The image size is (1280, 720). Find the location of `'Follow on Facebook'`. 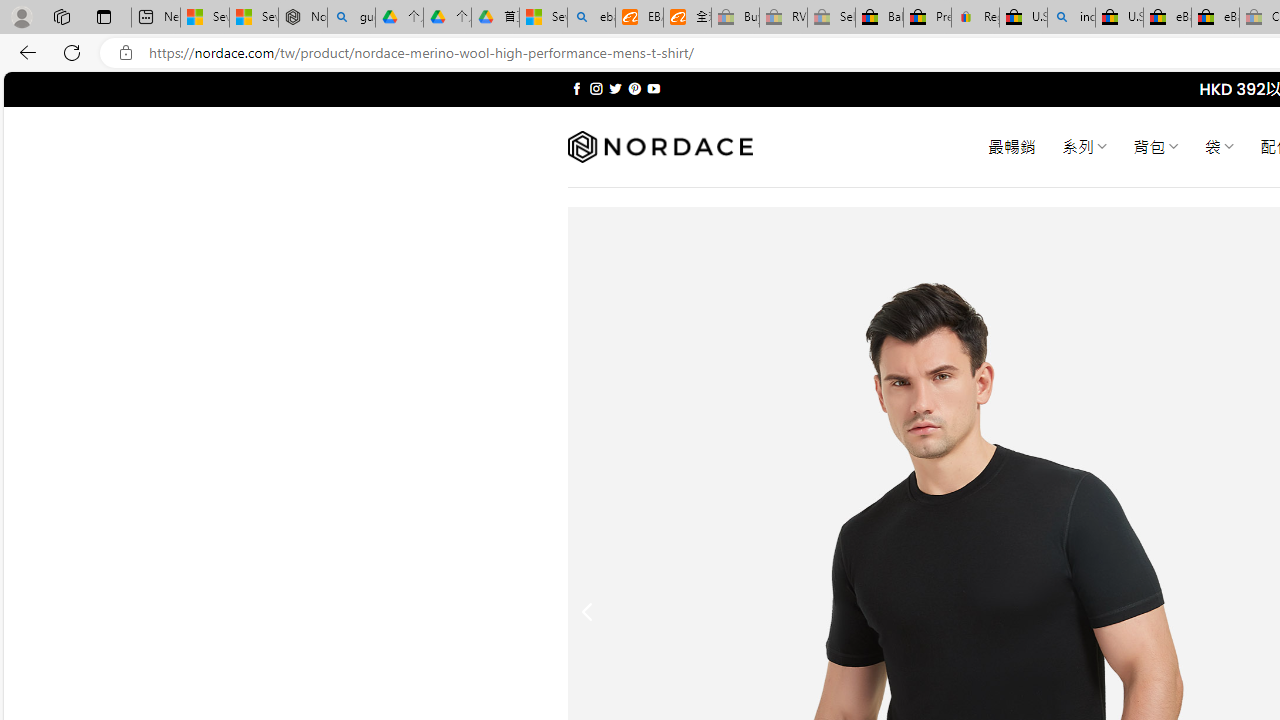

'Follow on Facebook' is located at coordinates (576, 88).